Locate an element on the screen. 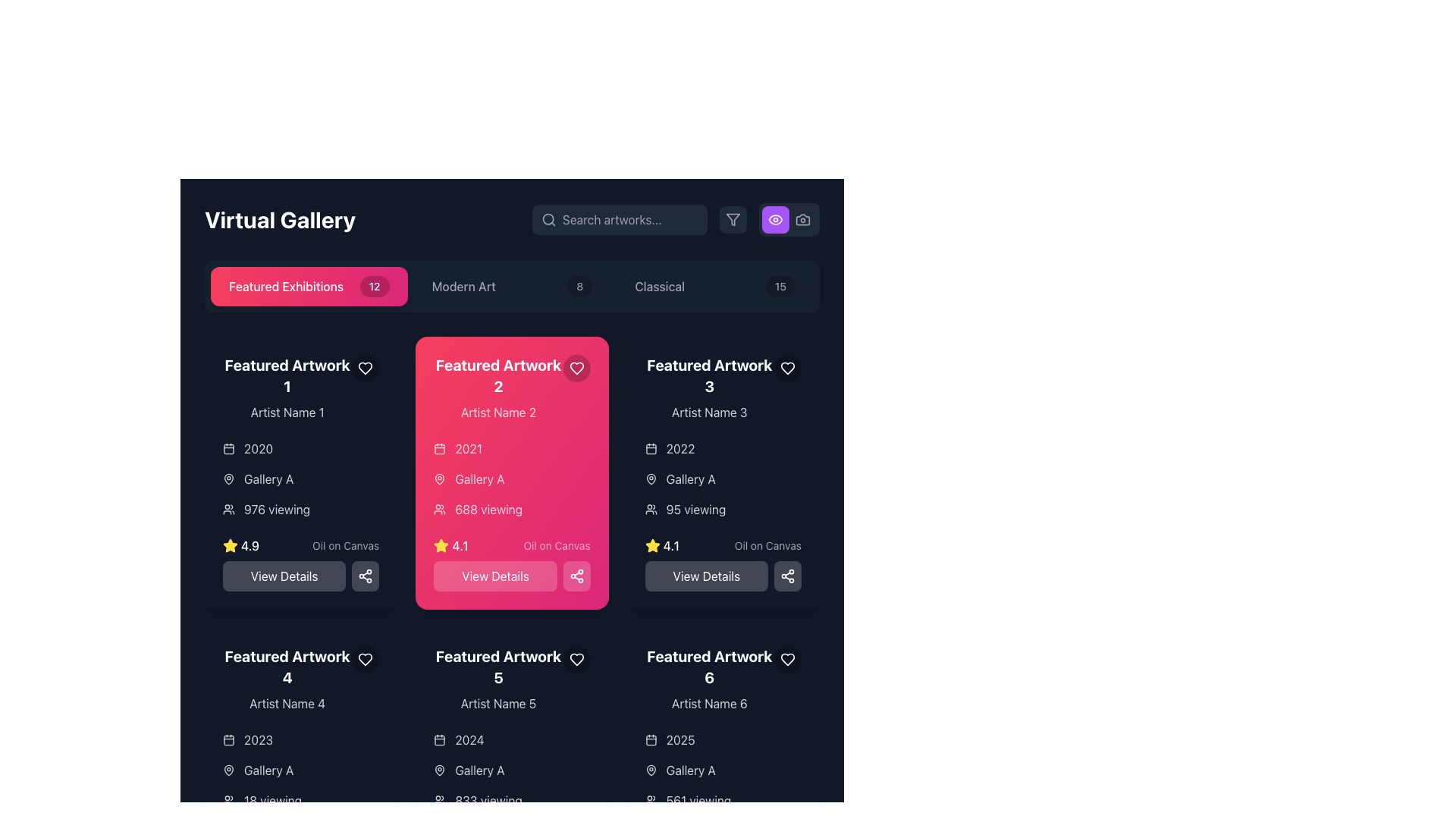 This screenshot has height=819, width=1456. the text display showing the value '4.1', which is located in the 'Featured Artwork 2' card, below the views text and next to a yellow star icon is located at coordinates (459, 546).